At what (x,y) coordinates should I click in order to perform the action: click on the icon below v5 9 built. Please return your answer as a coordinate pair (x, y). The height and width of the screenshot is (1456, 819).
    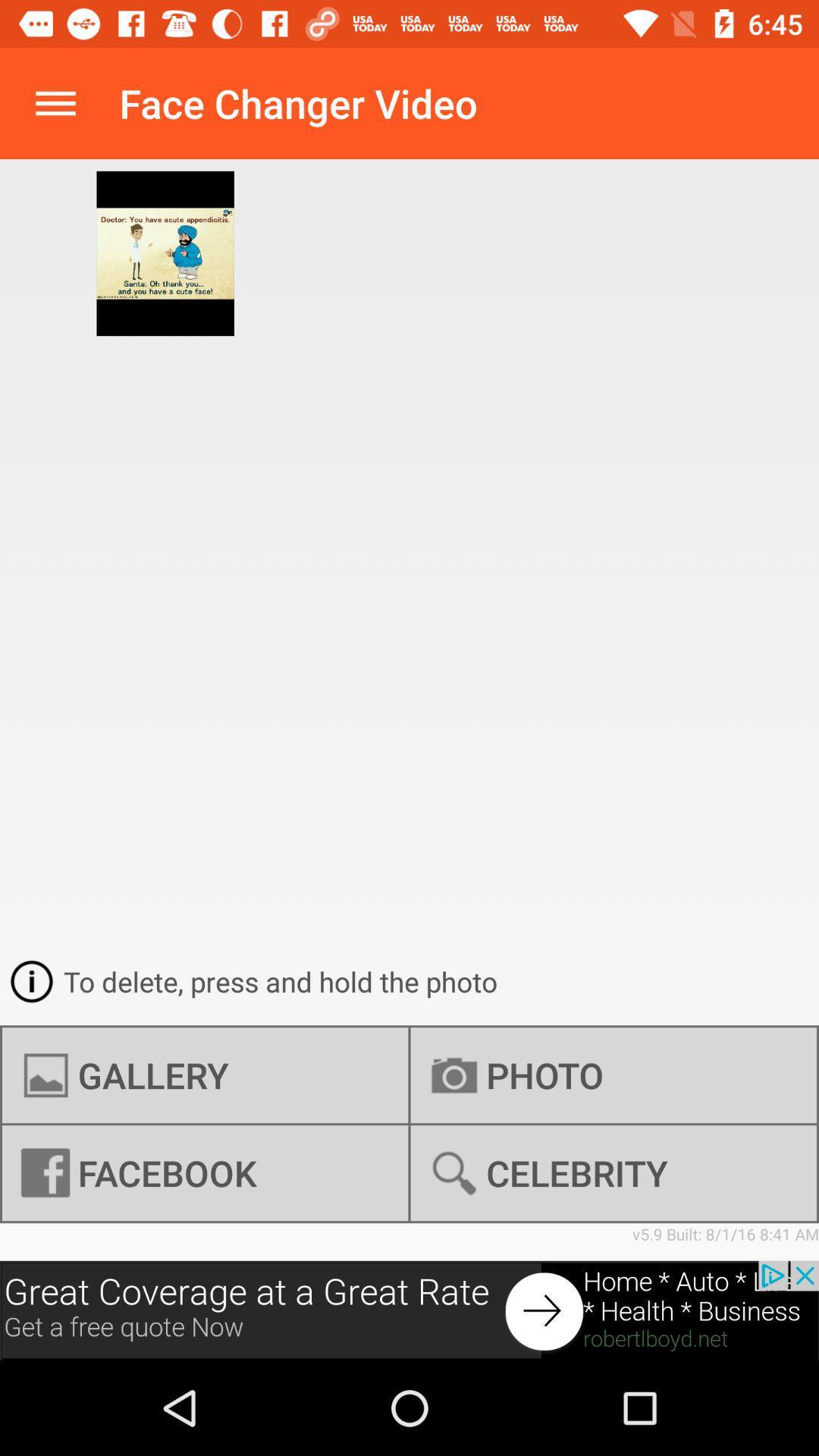
    Looking at the image, I should click on (409, 1310).